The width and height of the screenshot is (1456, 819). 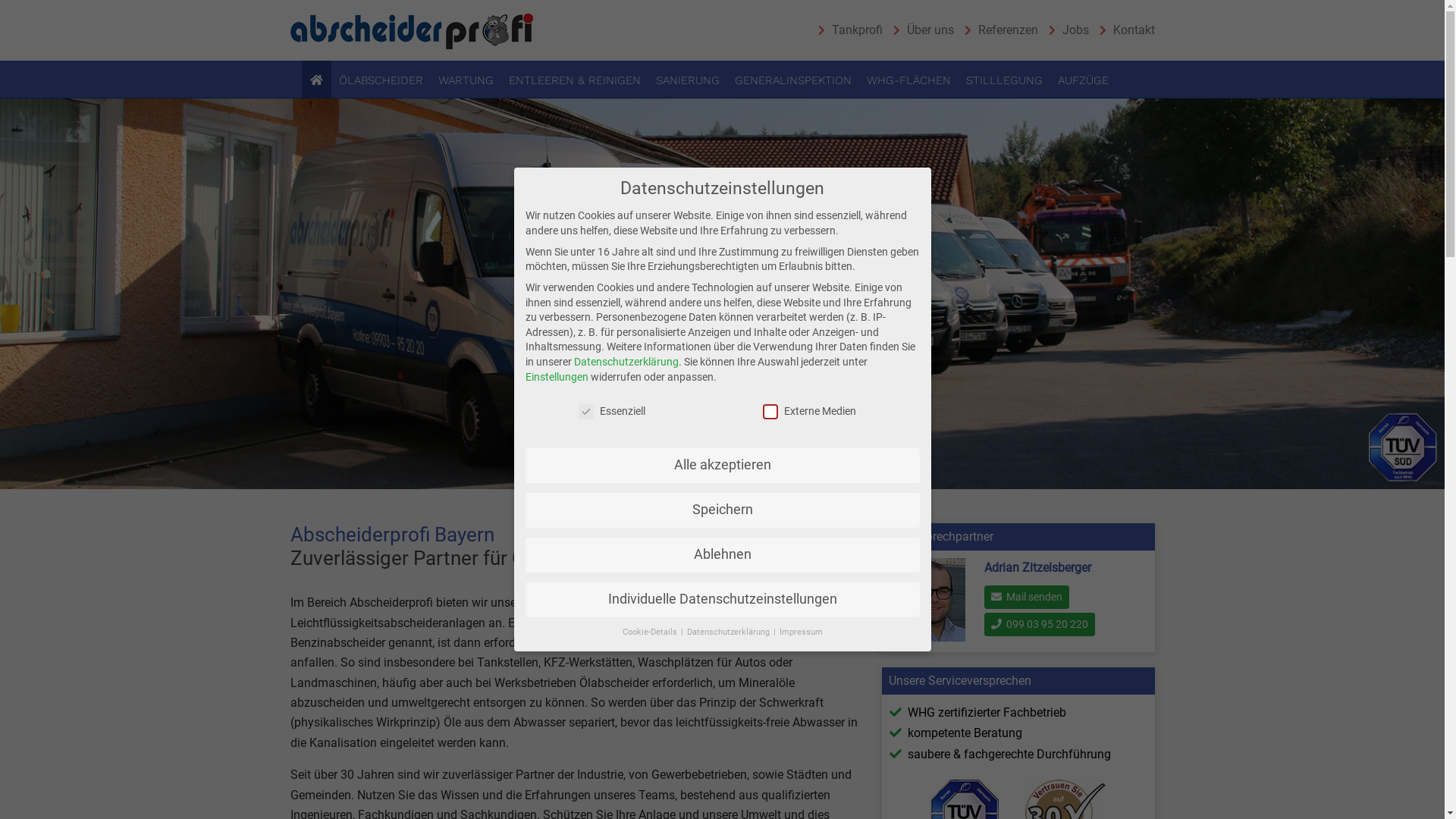 What do you see at coordinates (1063, 30) in the screenshot?
I see `'Jobs'` at bounding box center [1063, 30].